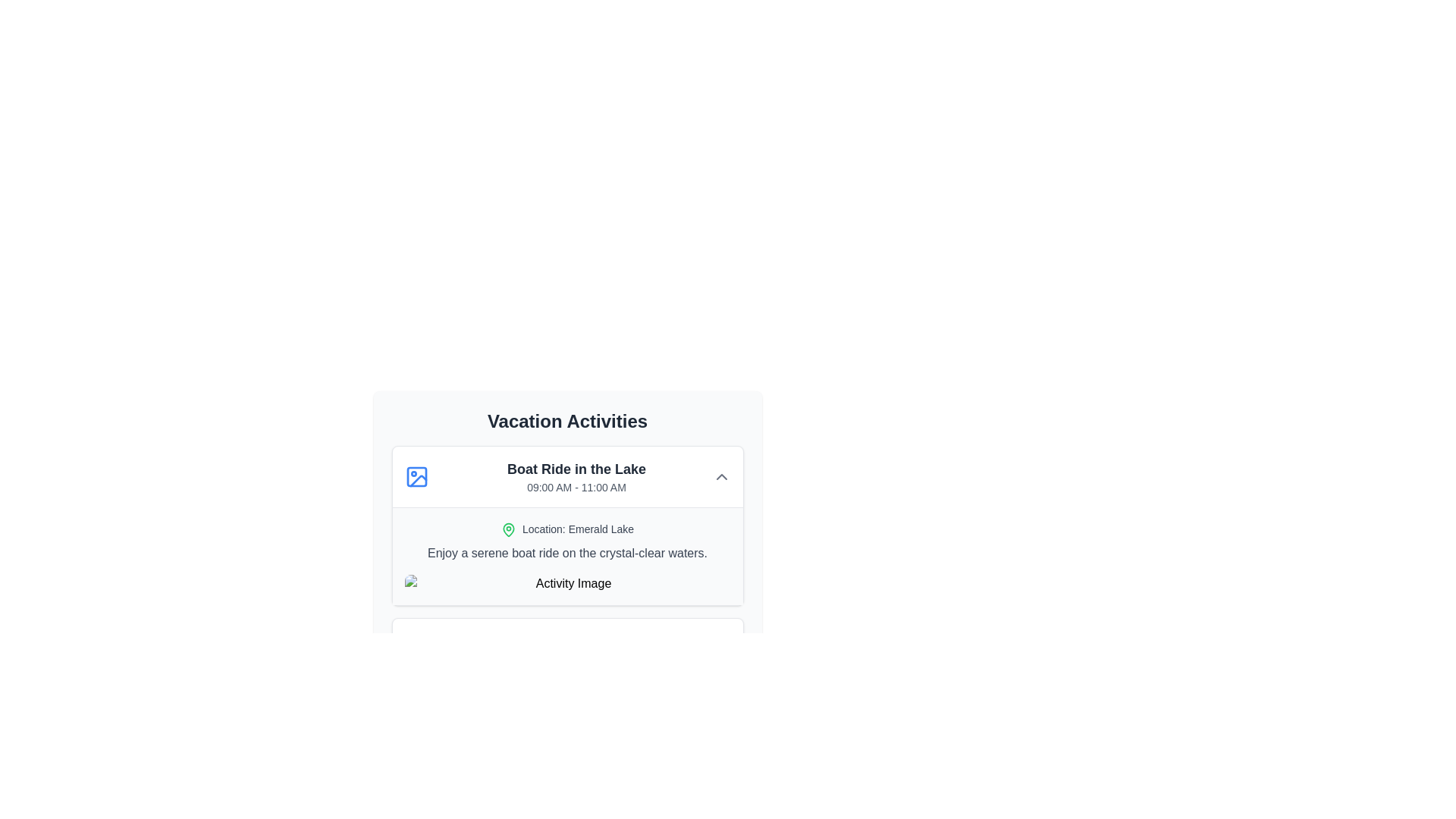  Describe the element at coordinates (720, 475) in the screenshot. I see `the upward-pointing gray chevron icon located at the top-right corner of the 'Boat Ride in the Lake' activity card header` at that location.